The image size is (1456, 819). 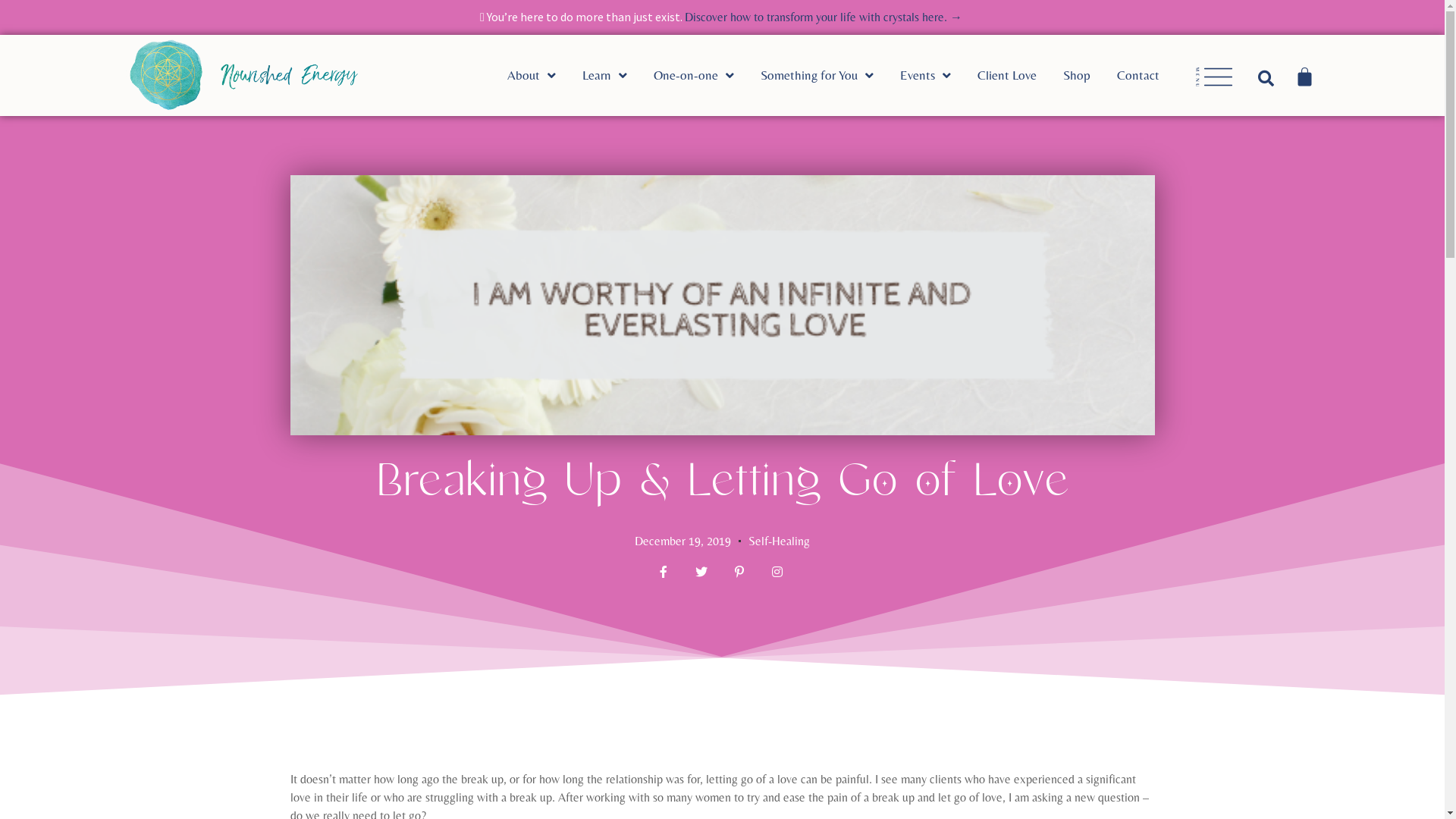 What do you see at coordinates (682, 540) in the screenshot?
I see `'December 19, 2019'` at bounding box center [682, 540].